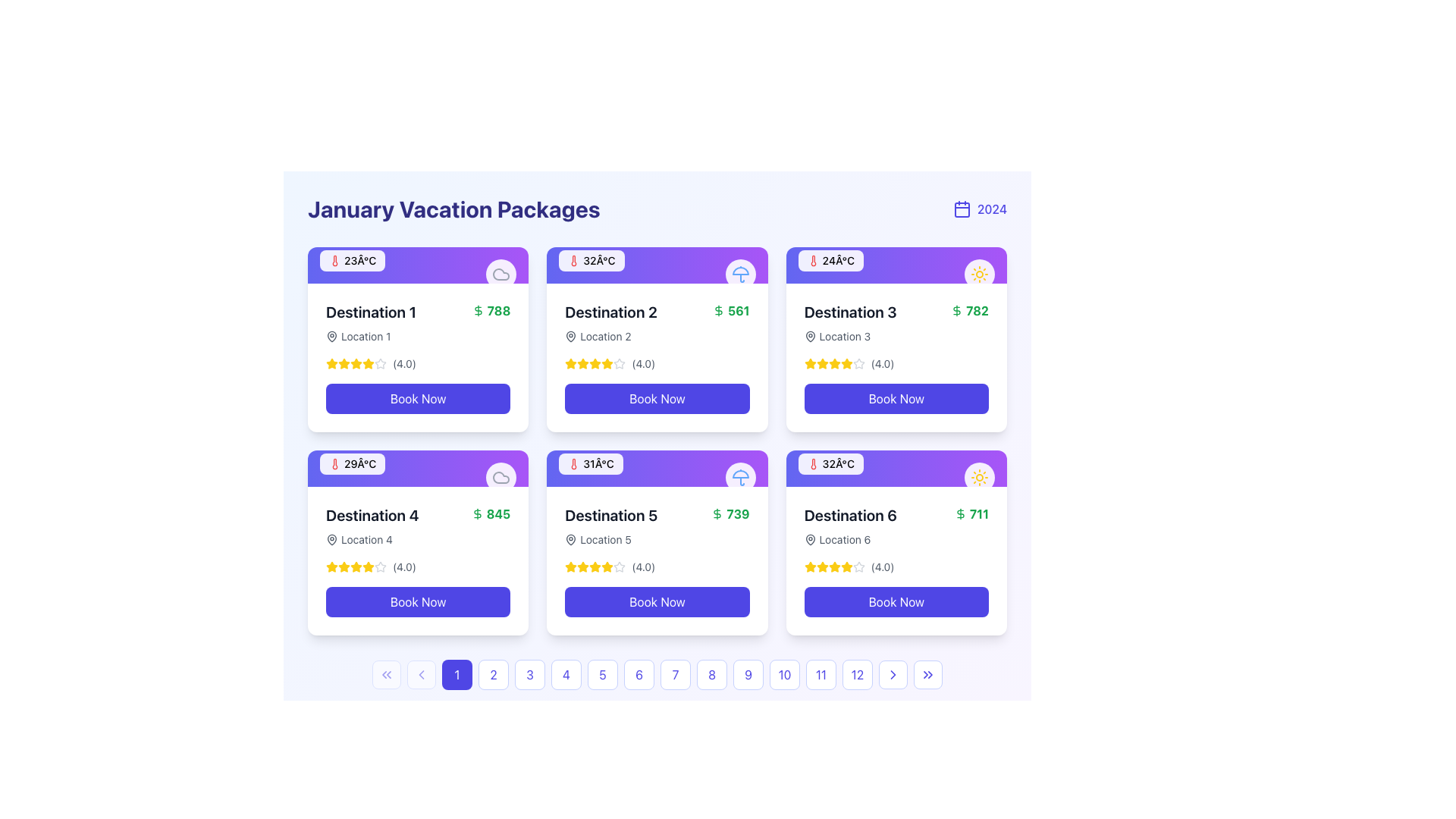  What do you see at coordinates (979, 476) in the screenshot?
I see `the sun-shaped yellow icon with rays, located in the top right corner of the card for 'Destination 3' in the 3x2 grid layout` at bounding box center [979, 476].